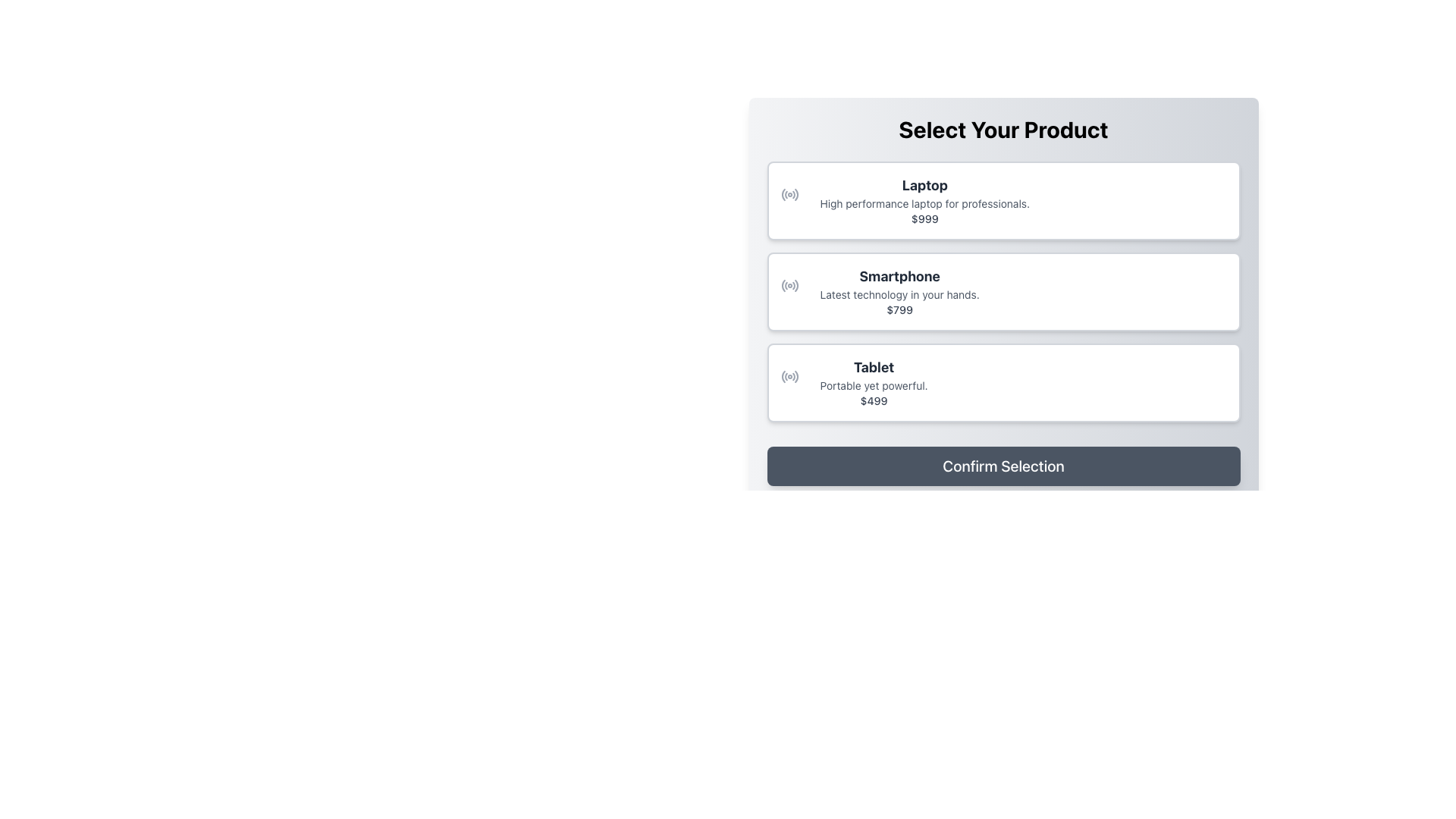  I want to click on the decorative graphical element, which is an arc segment in a circular radio-like symbol, located to the left of the third product entry labeled 'Tablet' in the product selection list, so click(792, 376).